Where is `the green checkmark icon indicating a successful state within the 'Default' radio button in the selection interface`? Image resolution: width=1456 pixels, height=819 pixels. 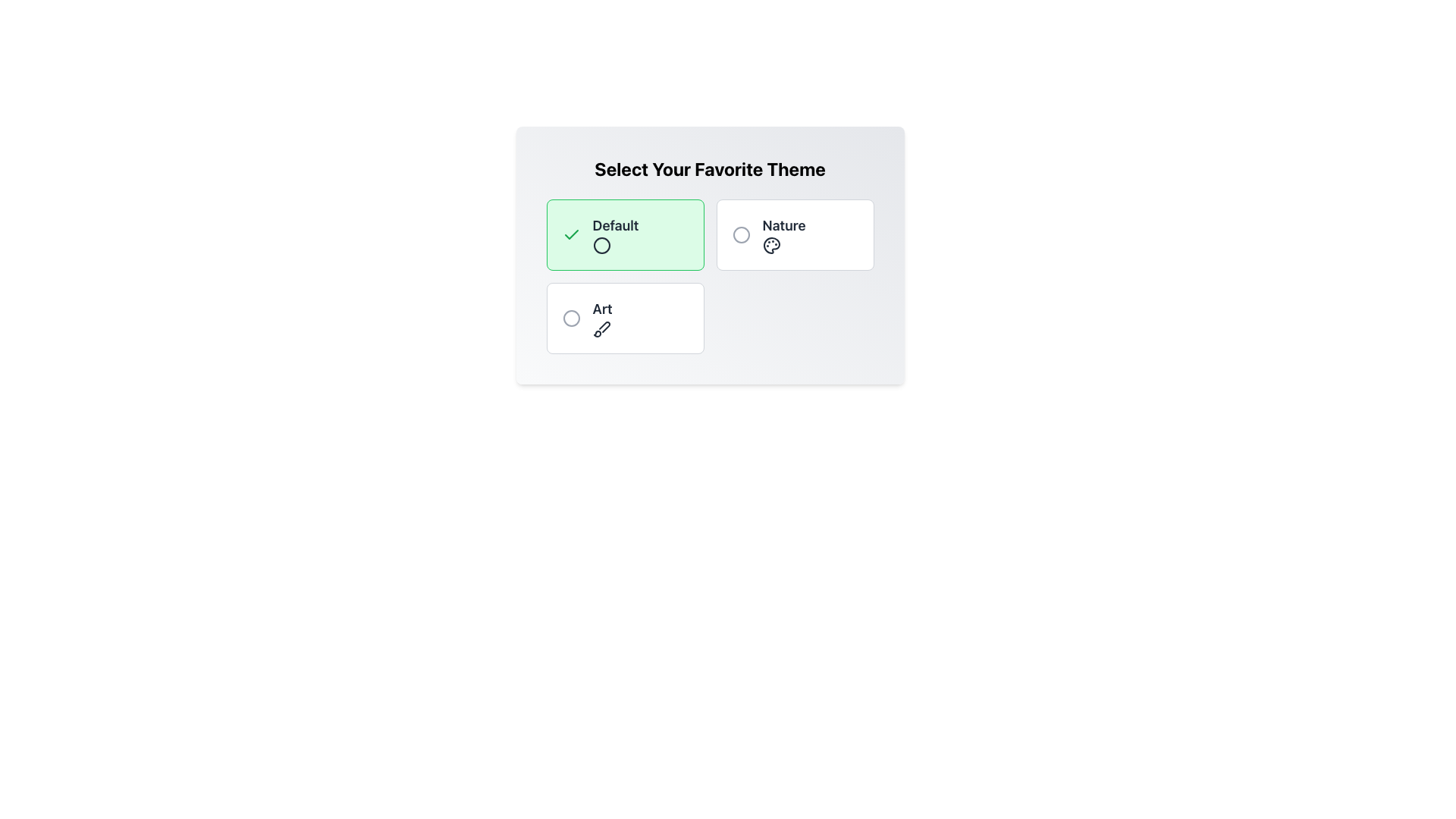
the green checkmark icon indicating a successful state within the 'Default' radio button in the selection interface is located at coordinates (570, 234).